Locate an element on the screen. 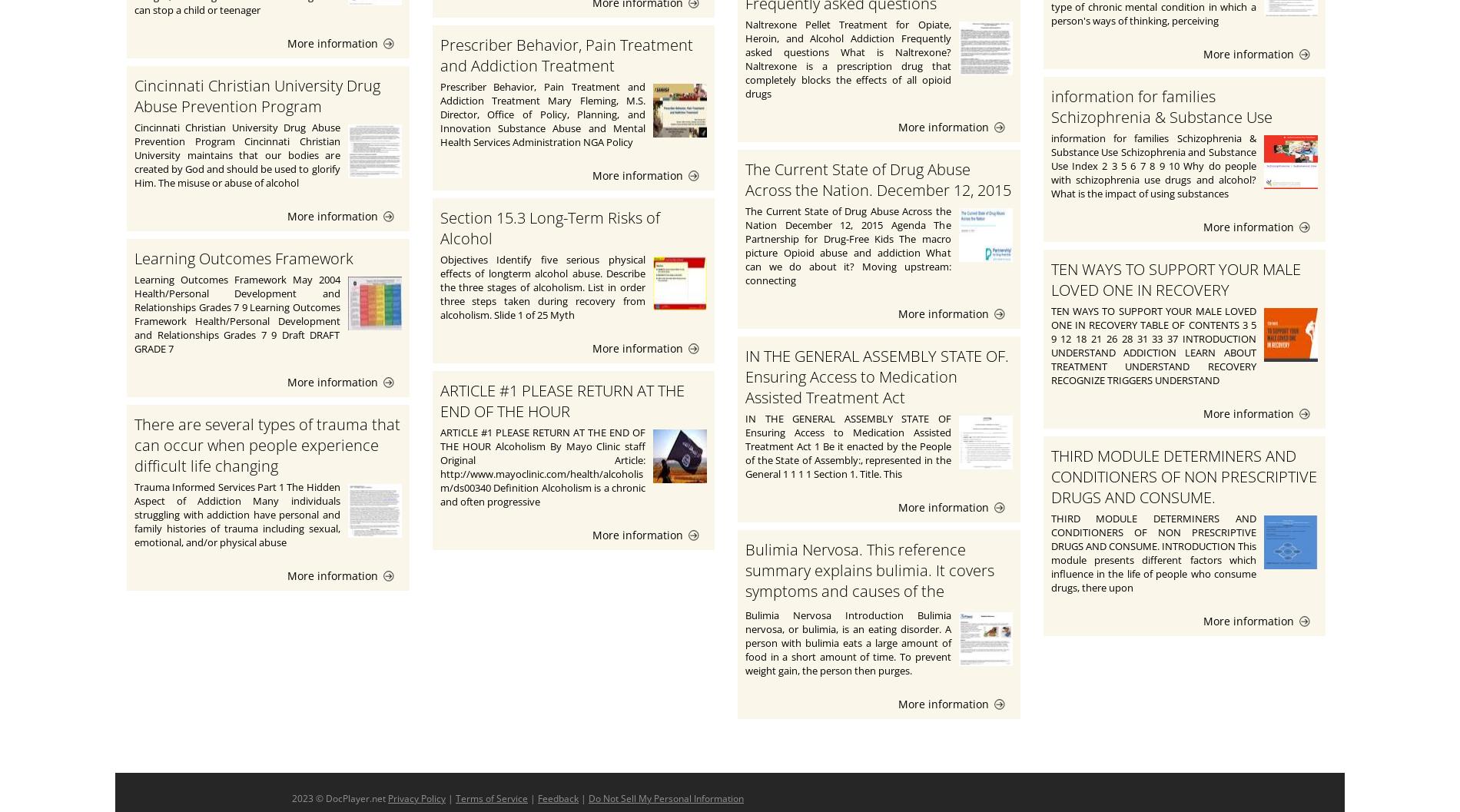 This screenshot has height=812, width=1460. 'Bulimia Nervosa Introduction Bulimia nervosa, or bulimia, is an eating disorder. A person with bulimia eats a large amount of food in a short amount of time. To prevent weight gain, the person then purges.' is located at coordinates (848, 642).